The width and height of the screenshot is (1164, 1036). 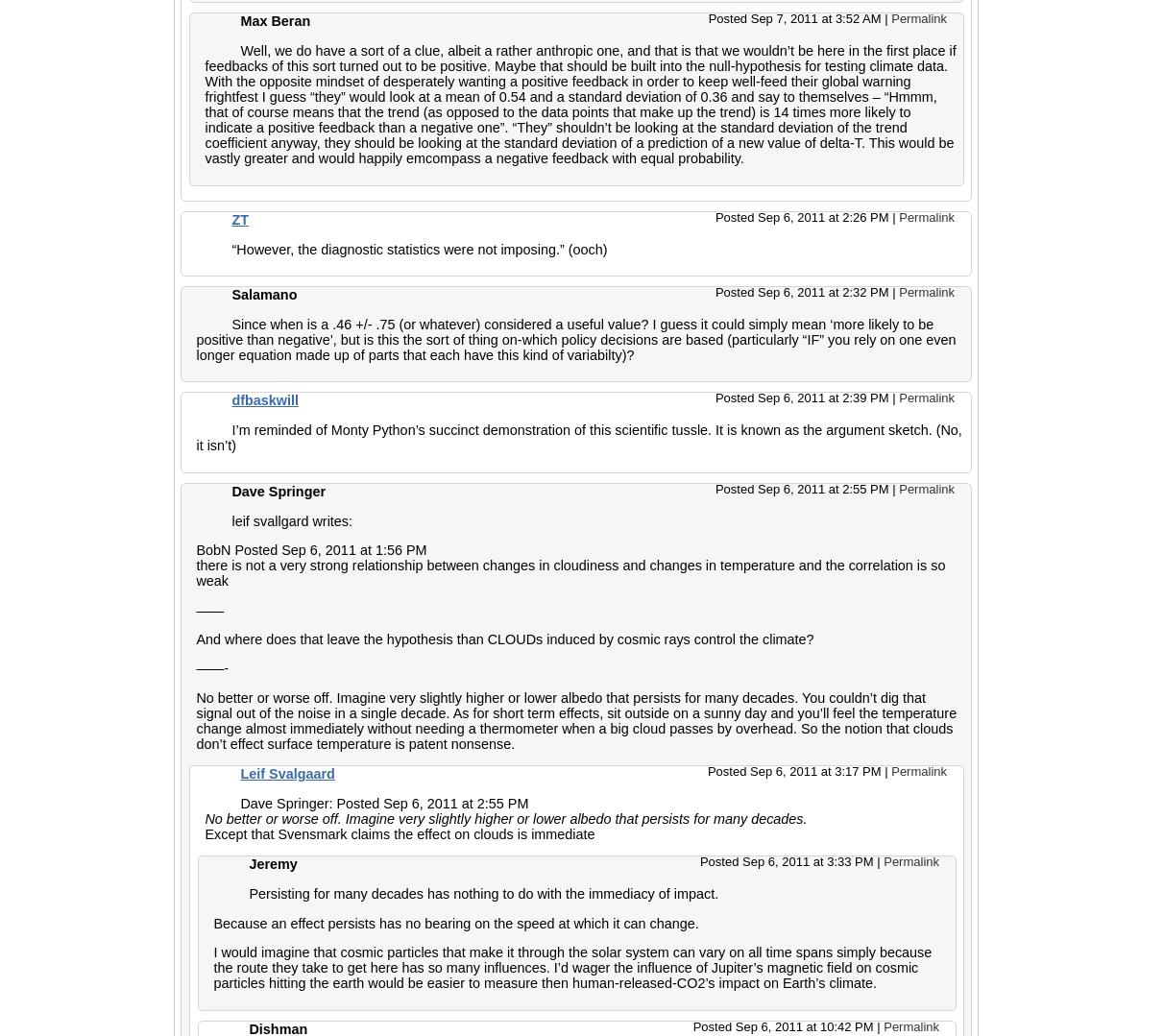 What do you see at coordinates (578, 437) in the screenshot?
I see `'I’m reminded of Monty Python’s succinct demonstration of this scientific tussle.  It is known as the argument sketch. (No, it isn’t)'` at bounding box center [578, 437].